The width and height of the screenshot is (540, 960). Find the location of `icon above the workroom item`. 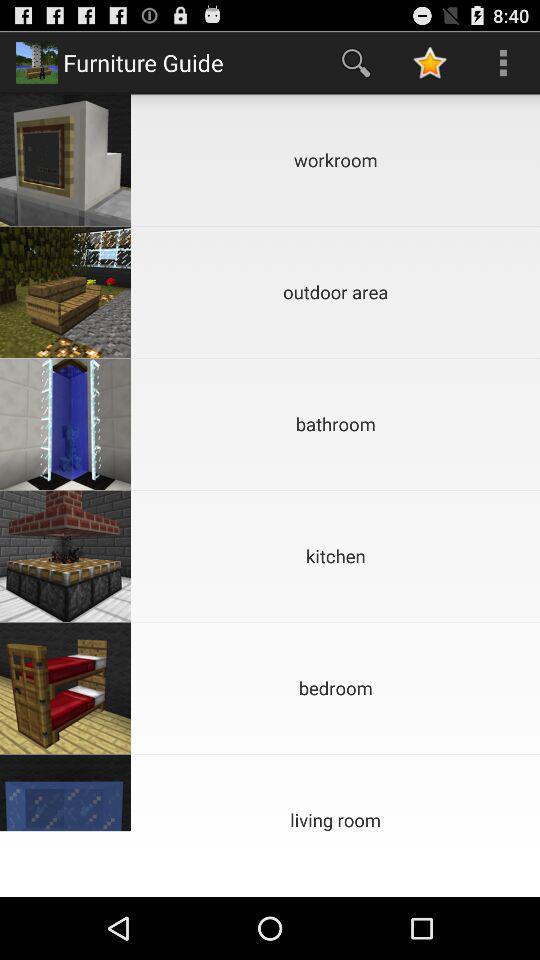

icon above the workroom item is located at coordinates (428, 62).